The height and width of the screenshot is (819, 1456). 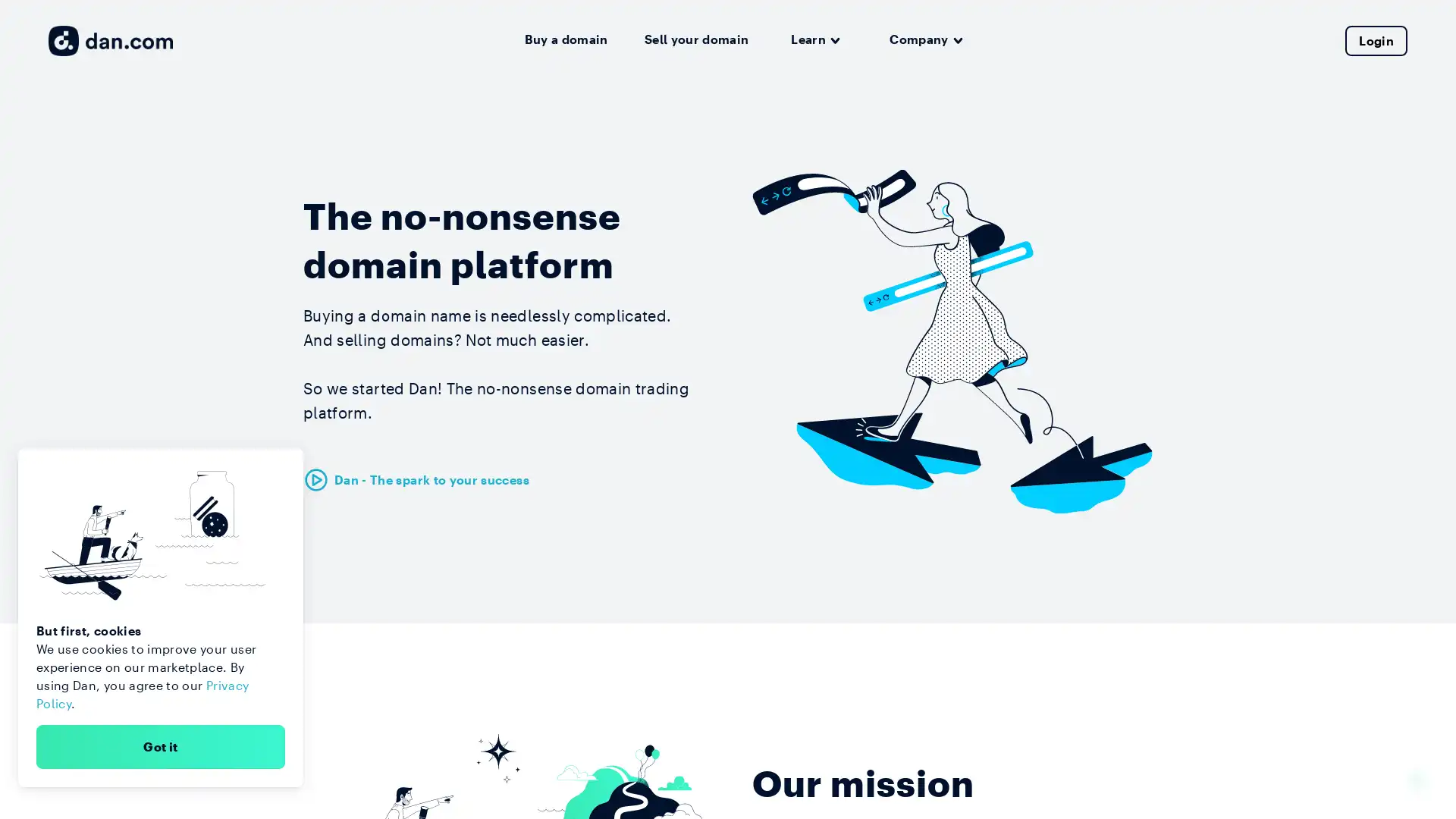 I want to click on Got it, so click(x=160, y=745).